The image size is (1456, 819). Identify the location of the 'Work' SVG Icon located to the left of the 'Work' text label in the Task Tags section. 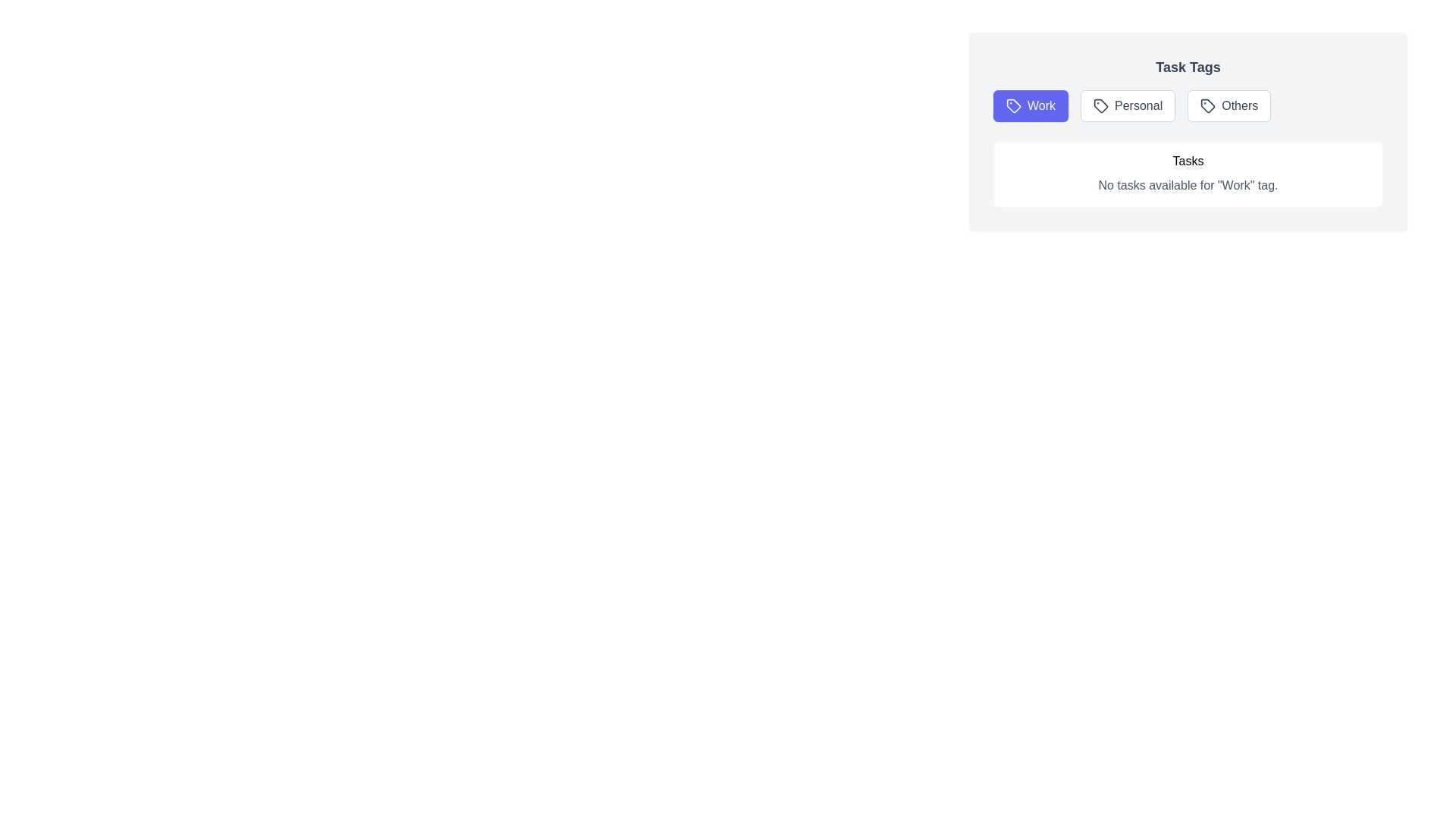
(1014, 105).